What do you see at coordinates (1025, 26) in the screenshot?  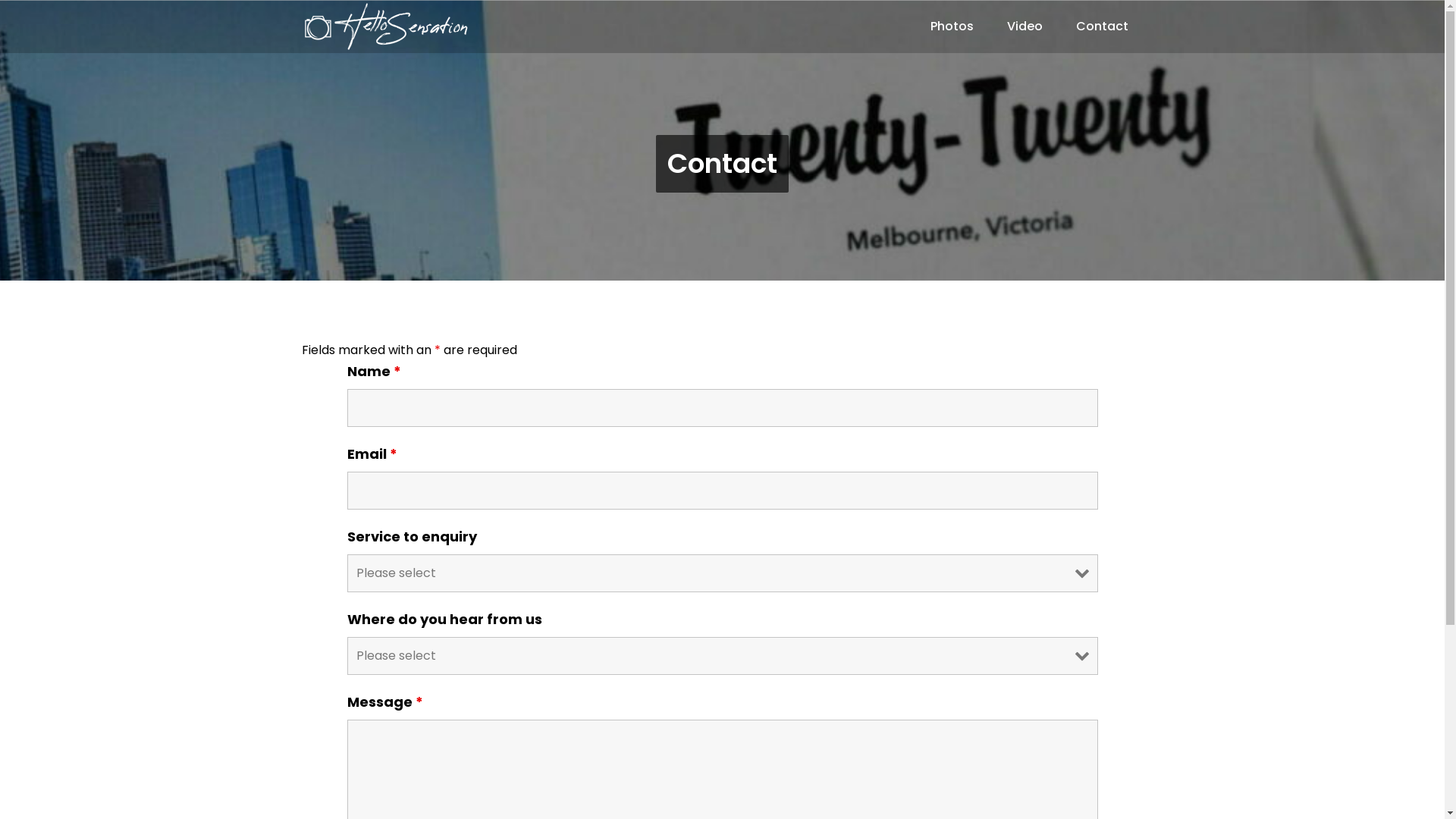 I see `'Video'` at bounding box center [1025, 26].